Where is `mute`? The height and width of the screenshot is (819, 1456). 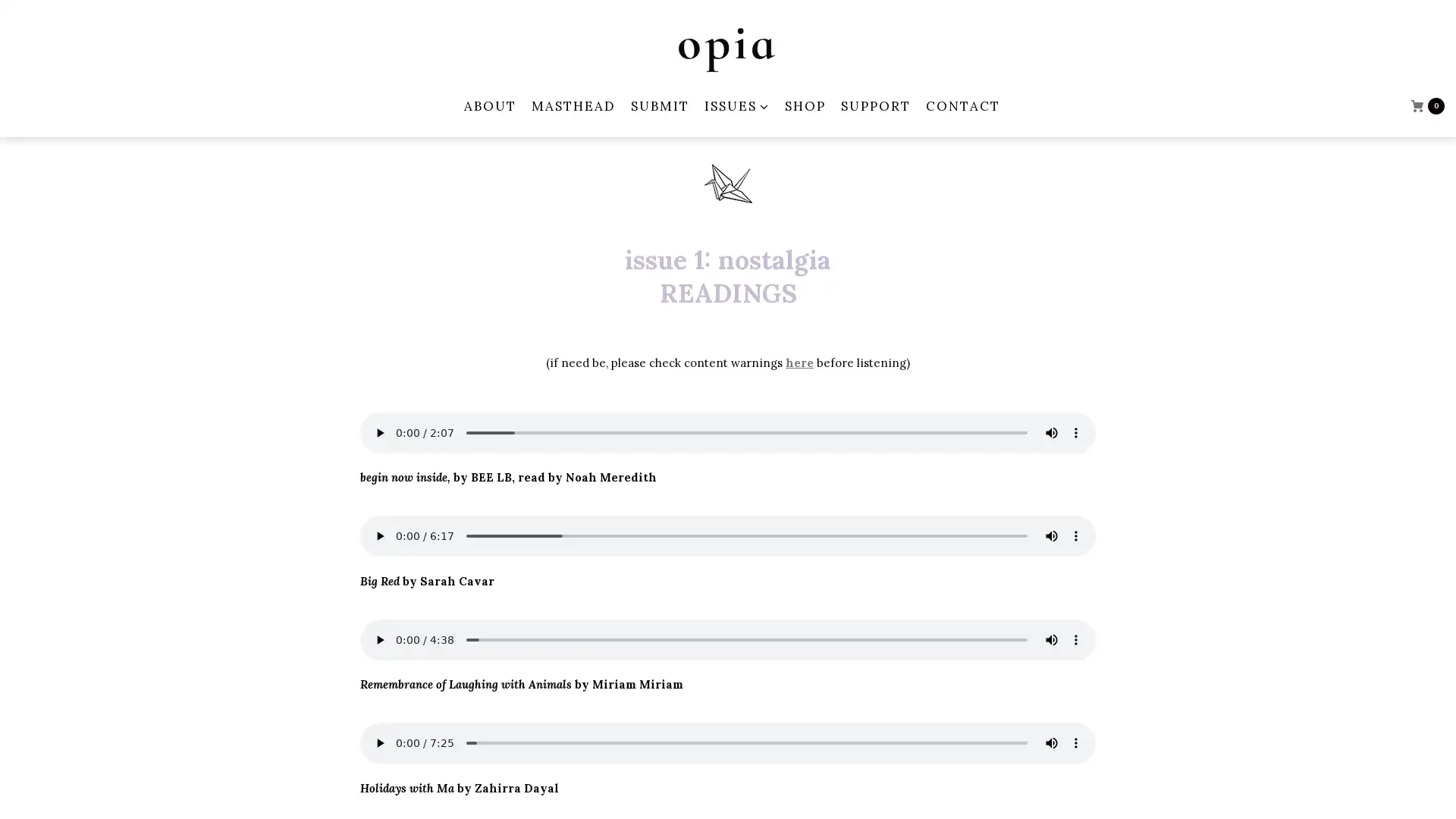 mute is located at coordinates (1051, 742).